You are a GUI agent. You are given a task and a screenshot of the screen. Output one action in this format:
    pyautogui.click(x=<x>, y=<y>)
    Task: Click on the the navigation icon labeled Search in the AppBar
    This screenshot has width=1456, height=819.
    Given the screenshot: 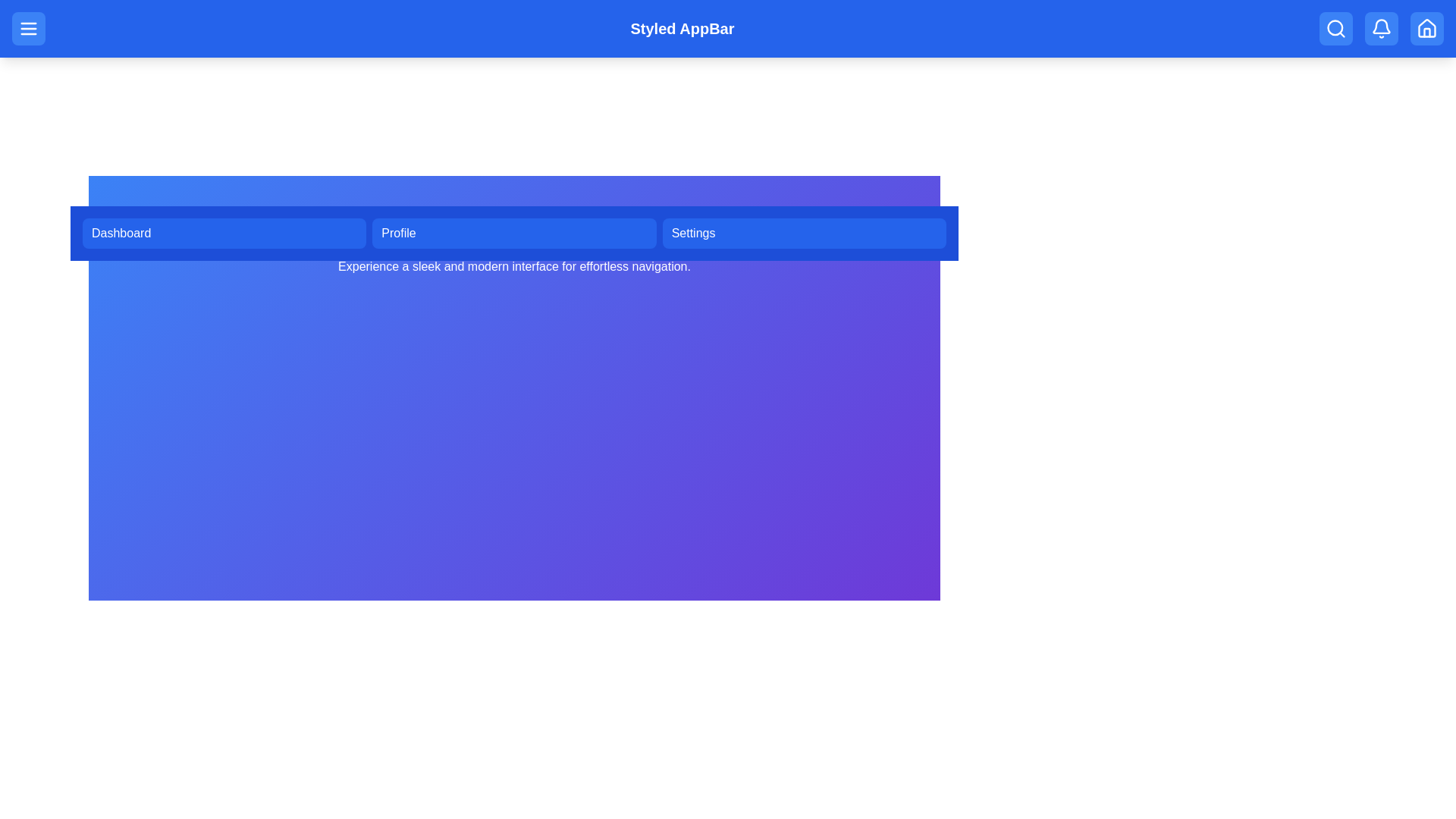 What is the action you would take?
    pyautogui.click(x=1335, y=29)
    